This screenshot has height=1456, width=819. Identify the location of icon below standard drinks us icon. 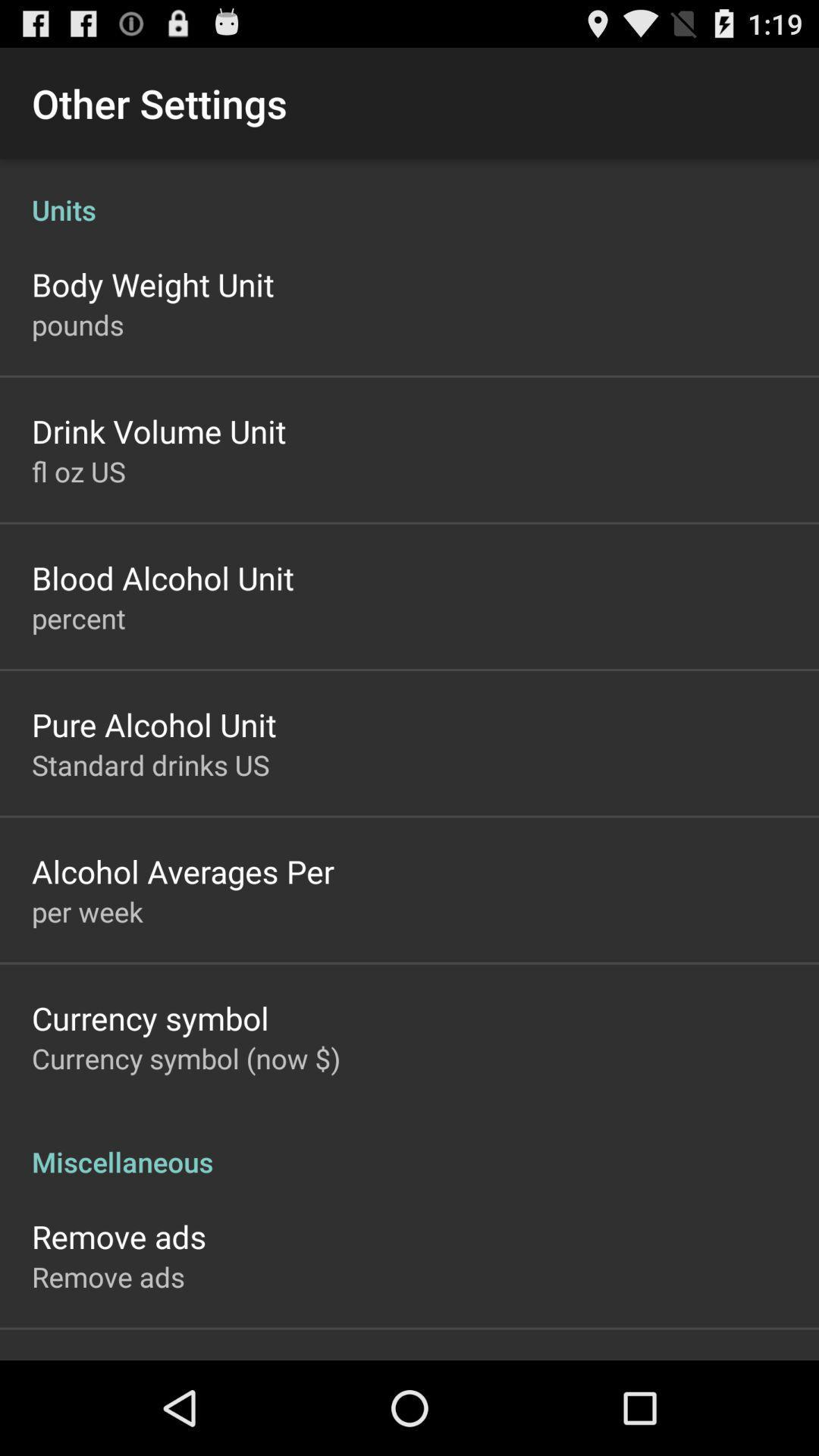
(182, 871).